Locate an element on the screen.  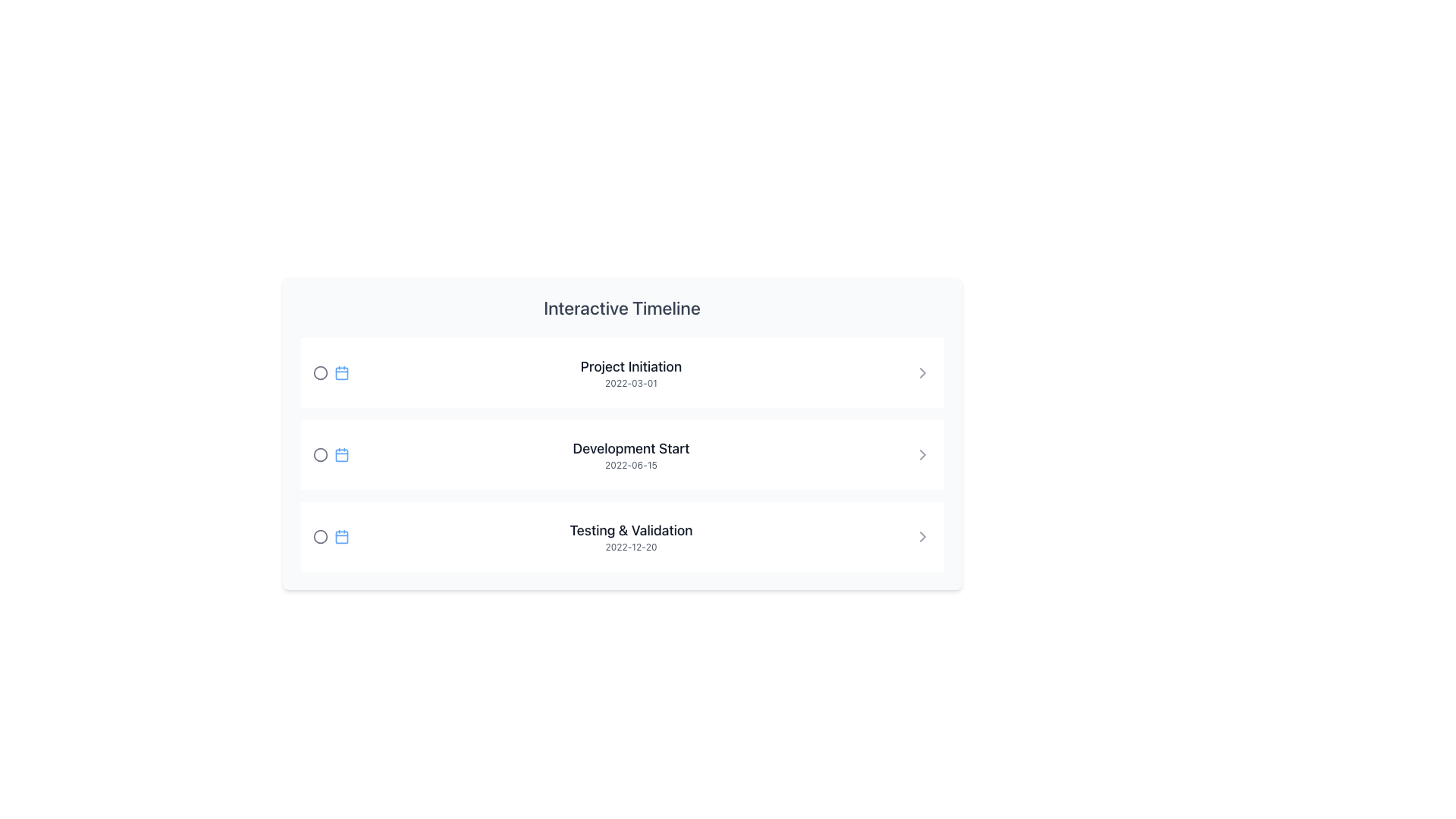
label indicating the timeline event or milestone located in the first line of text within the third row of the timeline view, positioned above the date '2022-12-20' is located at coordinates (631, 529).